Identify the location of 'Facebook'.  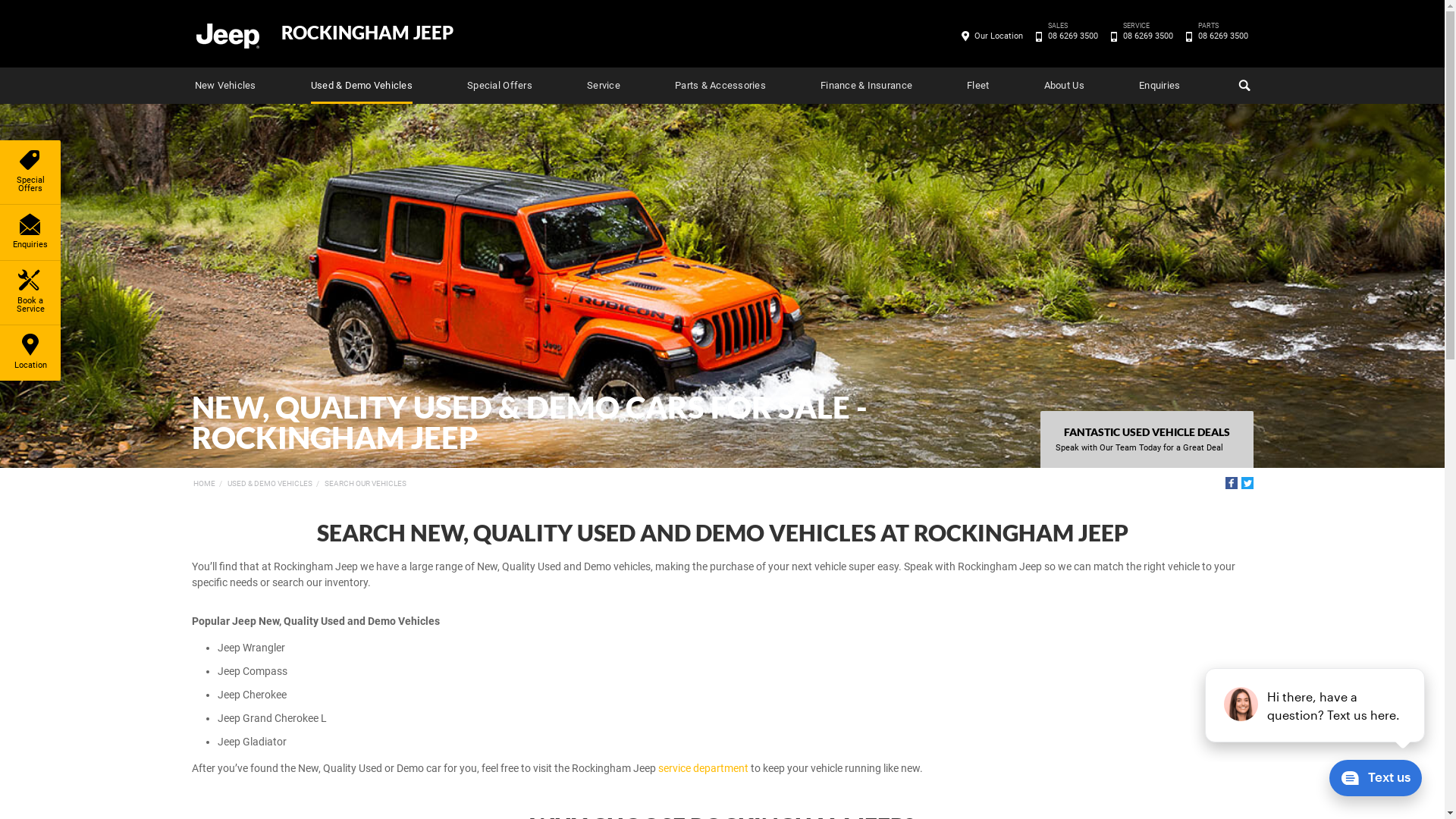
(1231, 482).